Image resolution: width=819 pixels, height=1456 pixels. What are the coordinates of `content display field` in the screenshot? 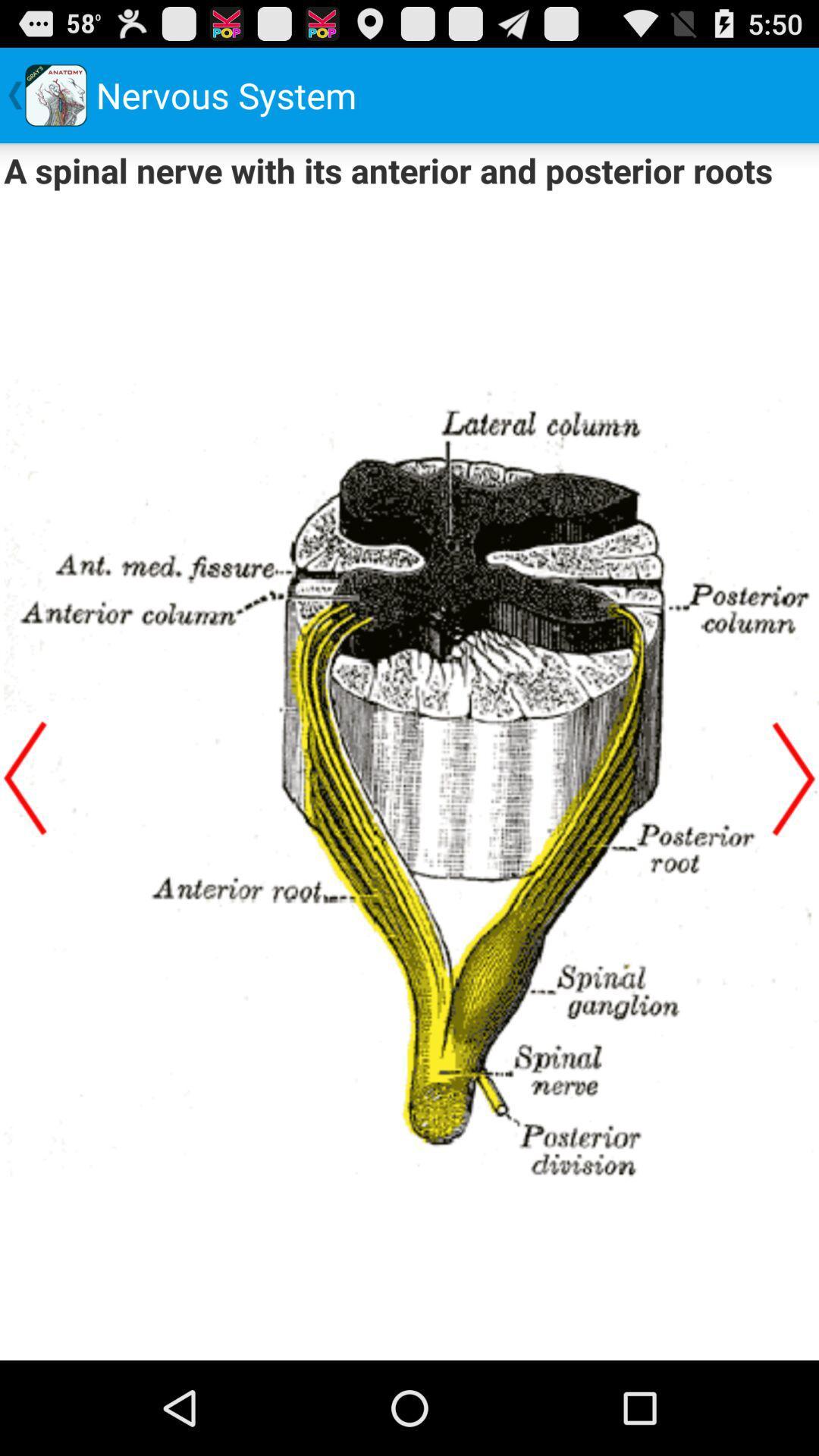 It's located at (409, 779).